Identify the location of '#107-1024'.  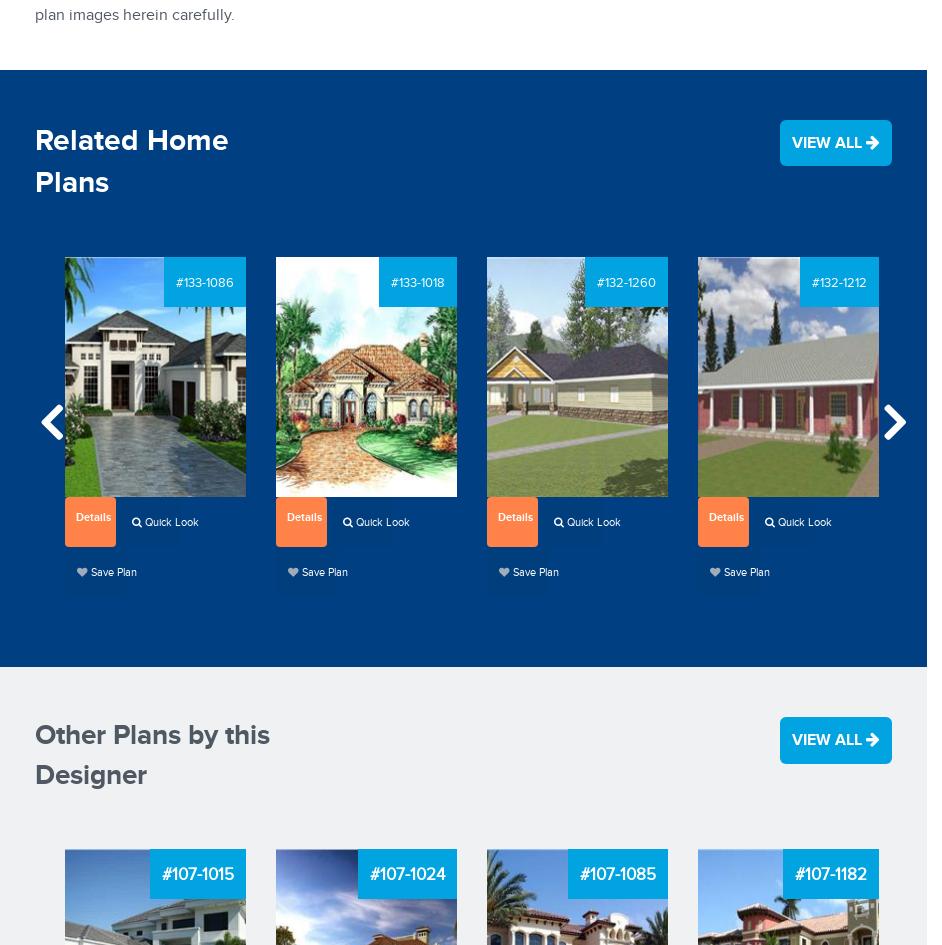
(407, 874).